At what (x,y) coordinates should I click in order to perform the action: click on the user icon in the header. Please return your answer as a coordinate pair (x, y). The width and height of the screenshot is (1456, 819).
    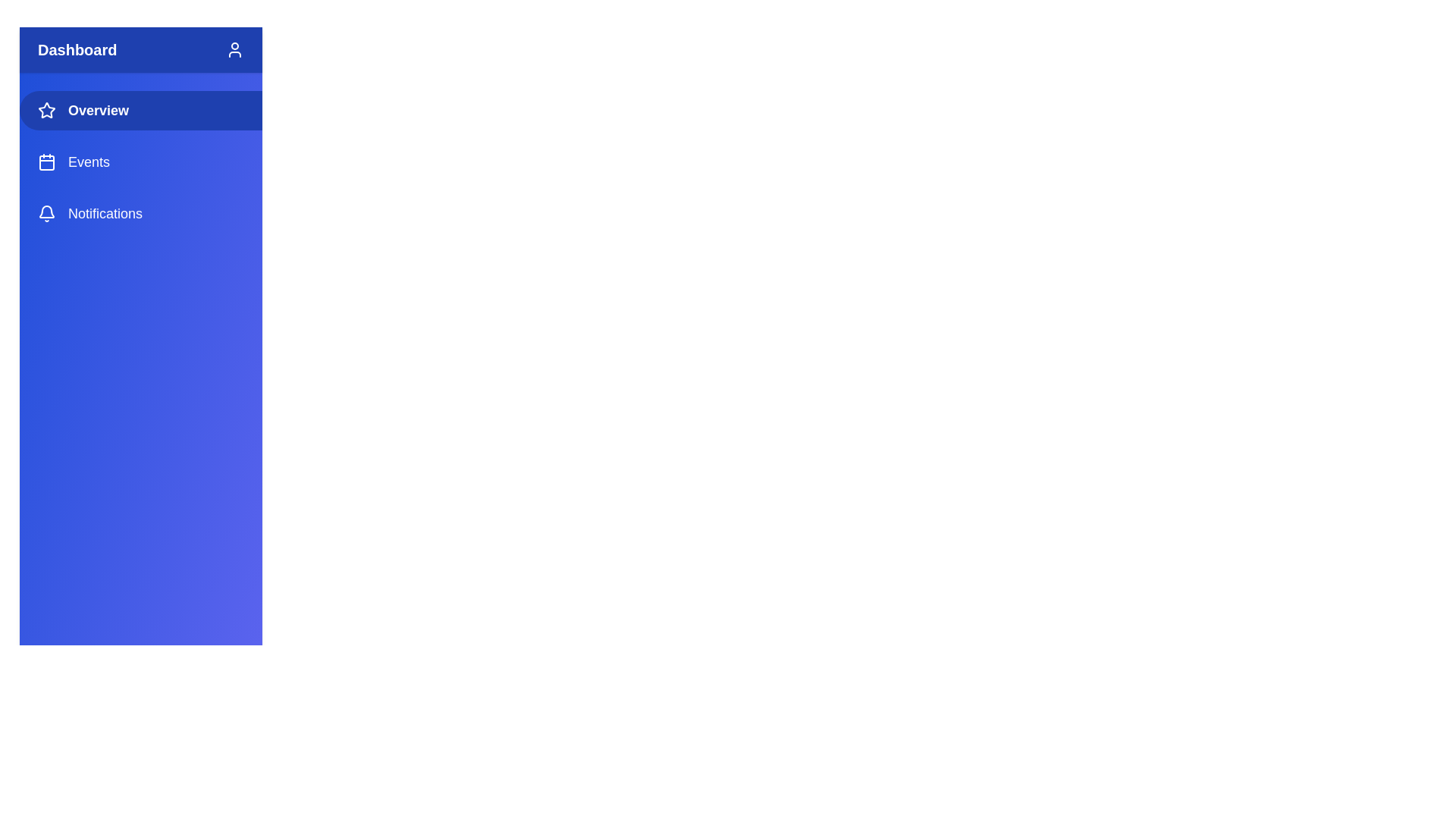
    Looking at the image, I should click on (234, 49).